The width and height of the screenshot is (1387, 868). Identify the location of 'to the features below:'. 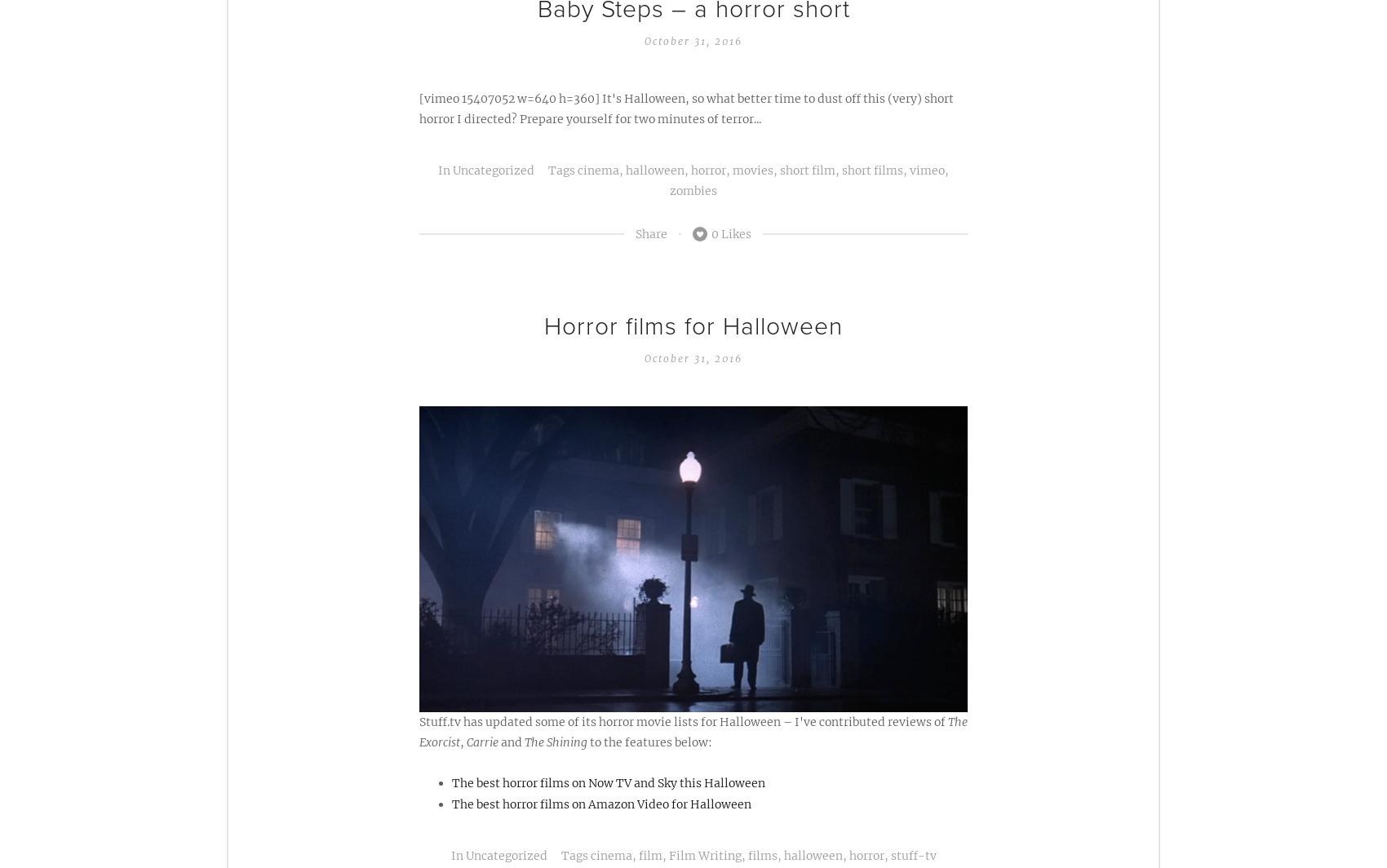
(649, 741).